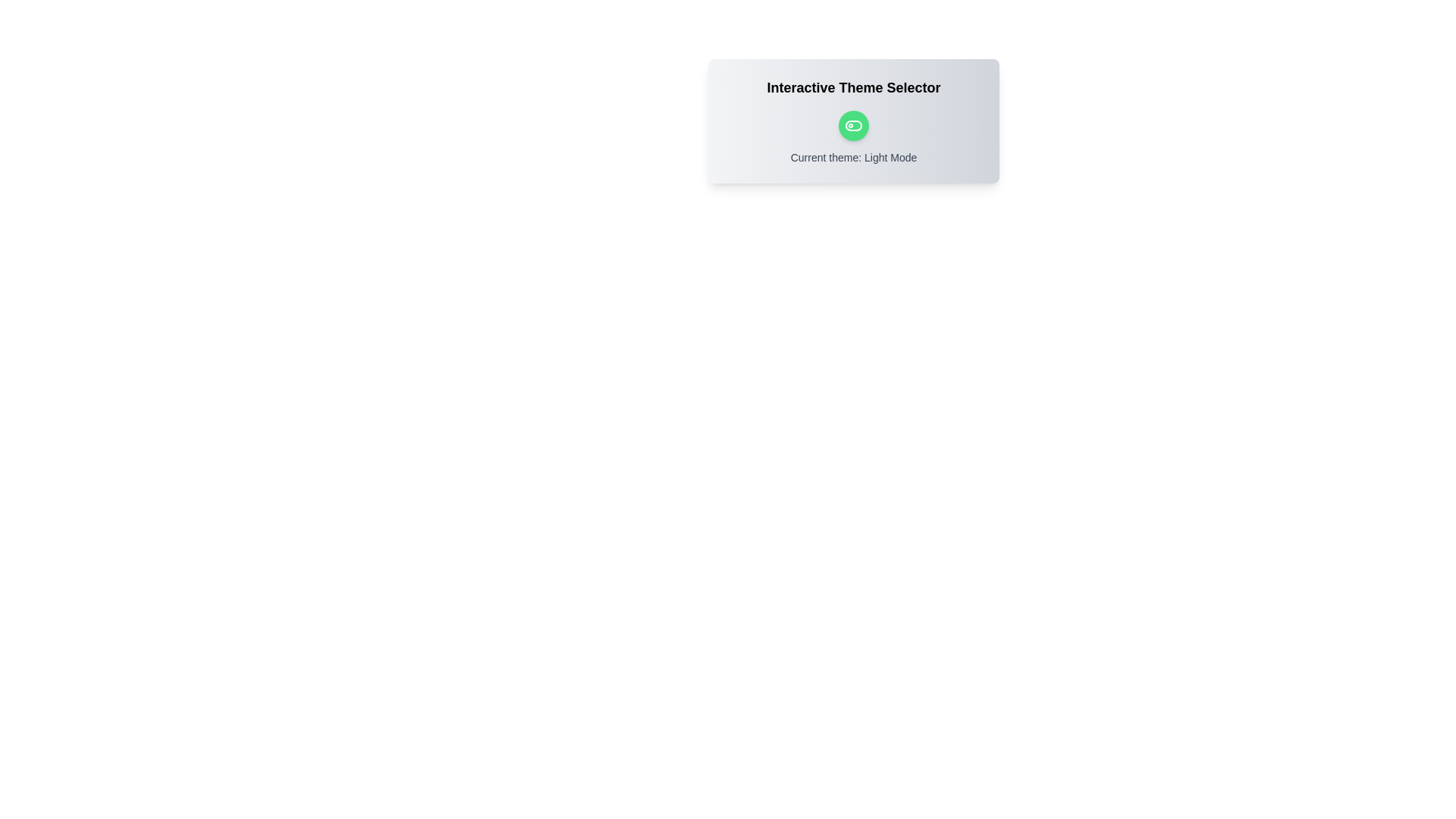 Image resolution: width=1456 pixels, height=819 pixels. What do you see at coordinates (854, 124) in the screenshot?
I see `the toggle button for theme selection located below the heading 'Interactive Theme Selector'` at bounding box center [854, 124].